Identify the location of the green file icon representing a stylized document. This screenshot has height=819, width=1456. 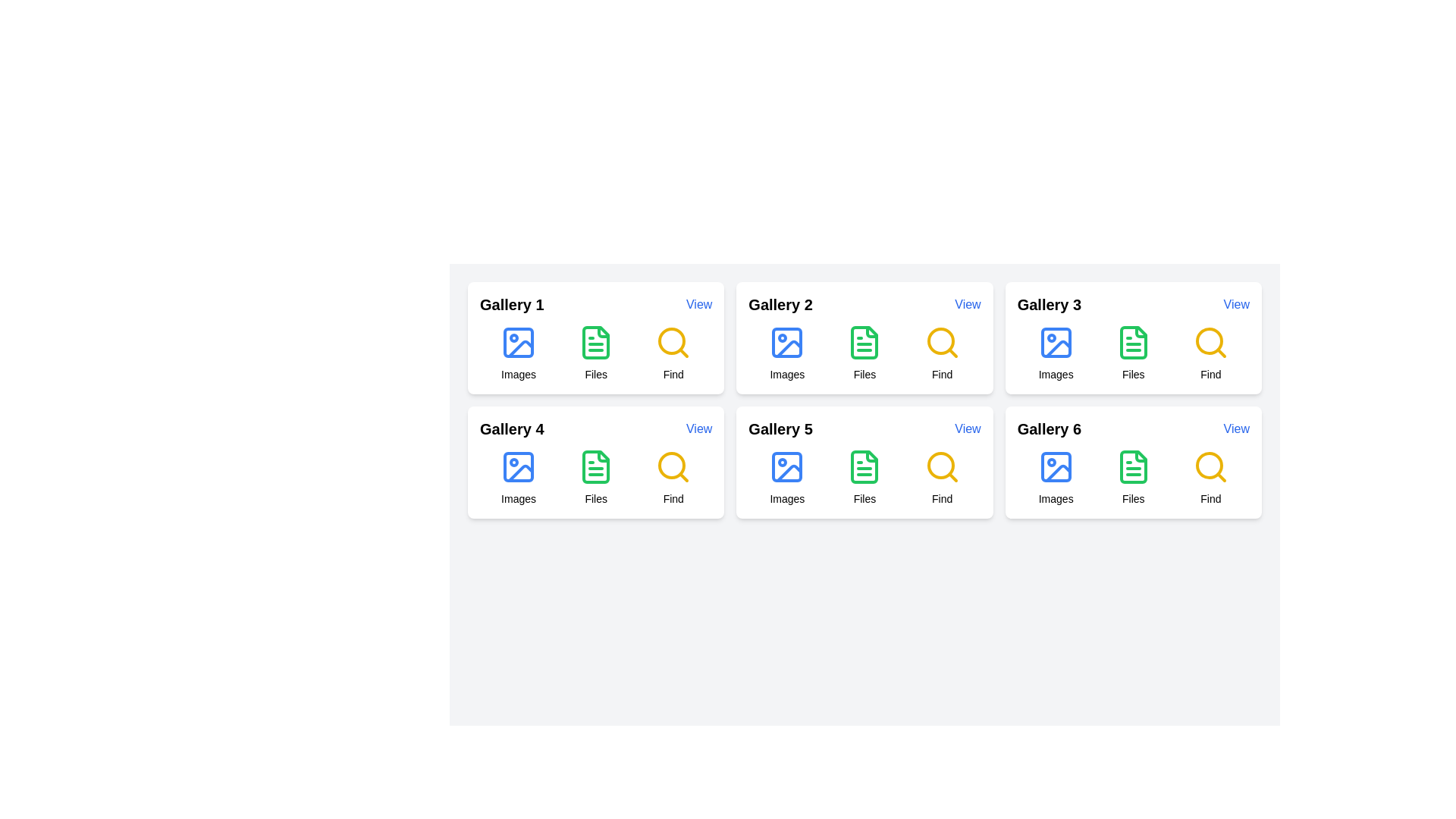
(595, 466).